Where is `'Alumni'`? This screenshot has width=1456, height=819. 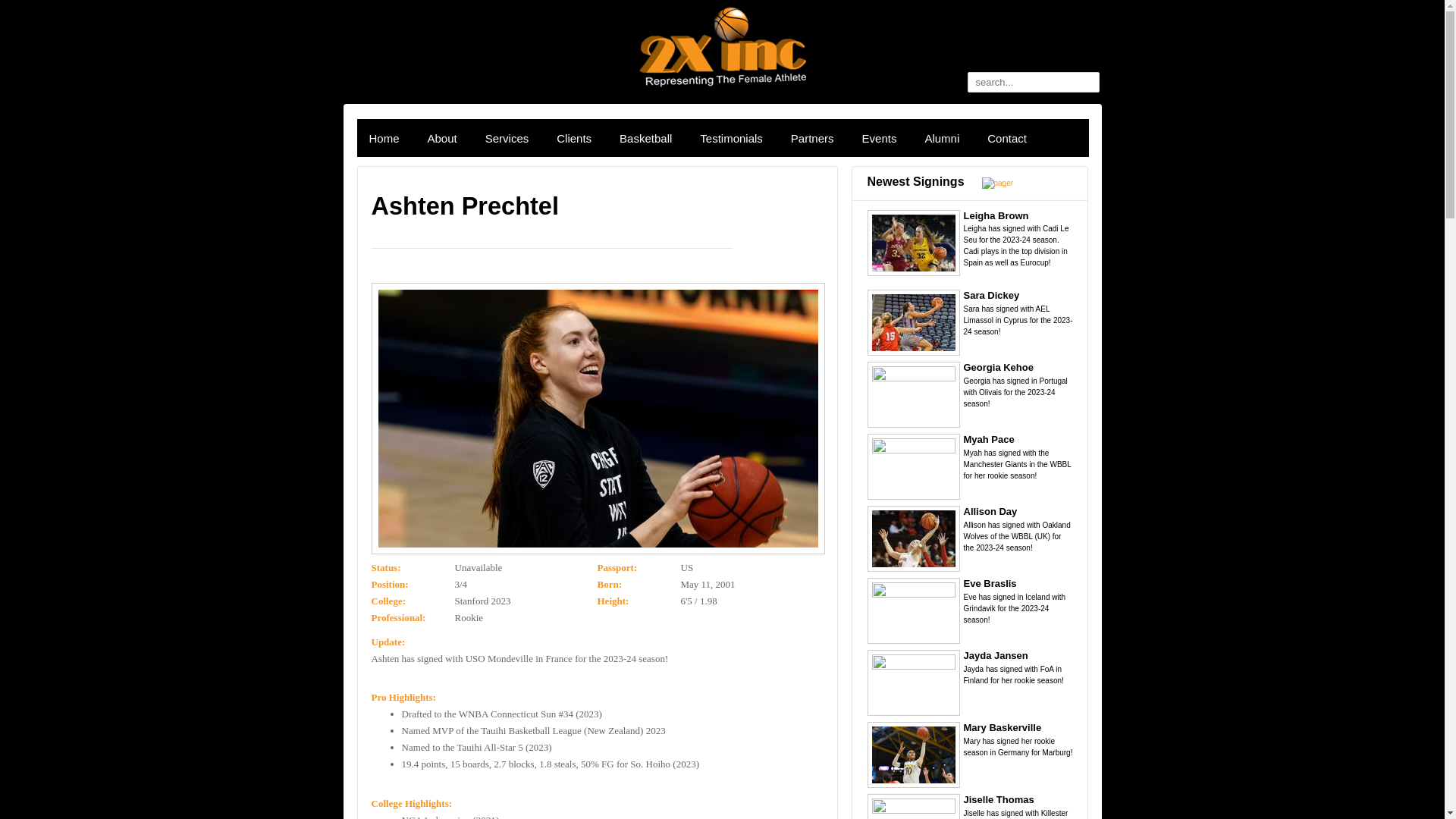 'Alumni' is located at coordinates (941, 138).